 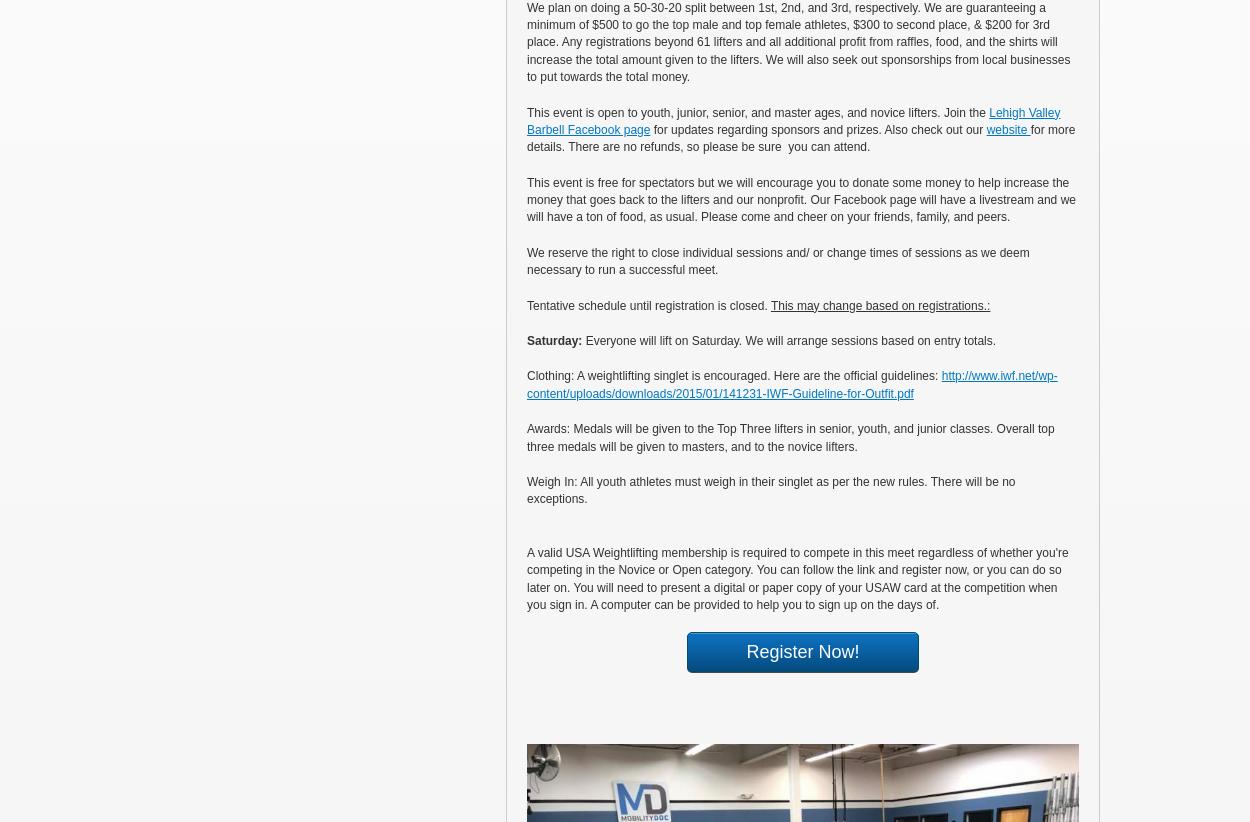 What do you see at coordinates (801, 198) in the screenshot?
I see `'This event is free for spectators but we will encourage you to donate some money to help increase the money that goes back to the lifters and our nonprofit. Our Facebook page will have a livestream and we will have a ton of food, as usual. Please come and cheer on your friends, family, and peers.'` at bounding box center [801, 198].